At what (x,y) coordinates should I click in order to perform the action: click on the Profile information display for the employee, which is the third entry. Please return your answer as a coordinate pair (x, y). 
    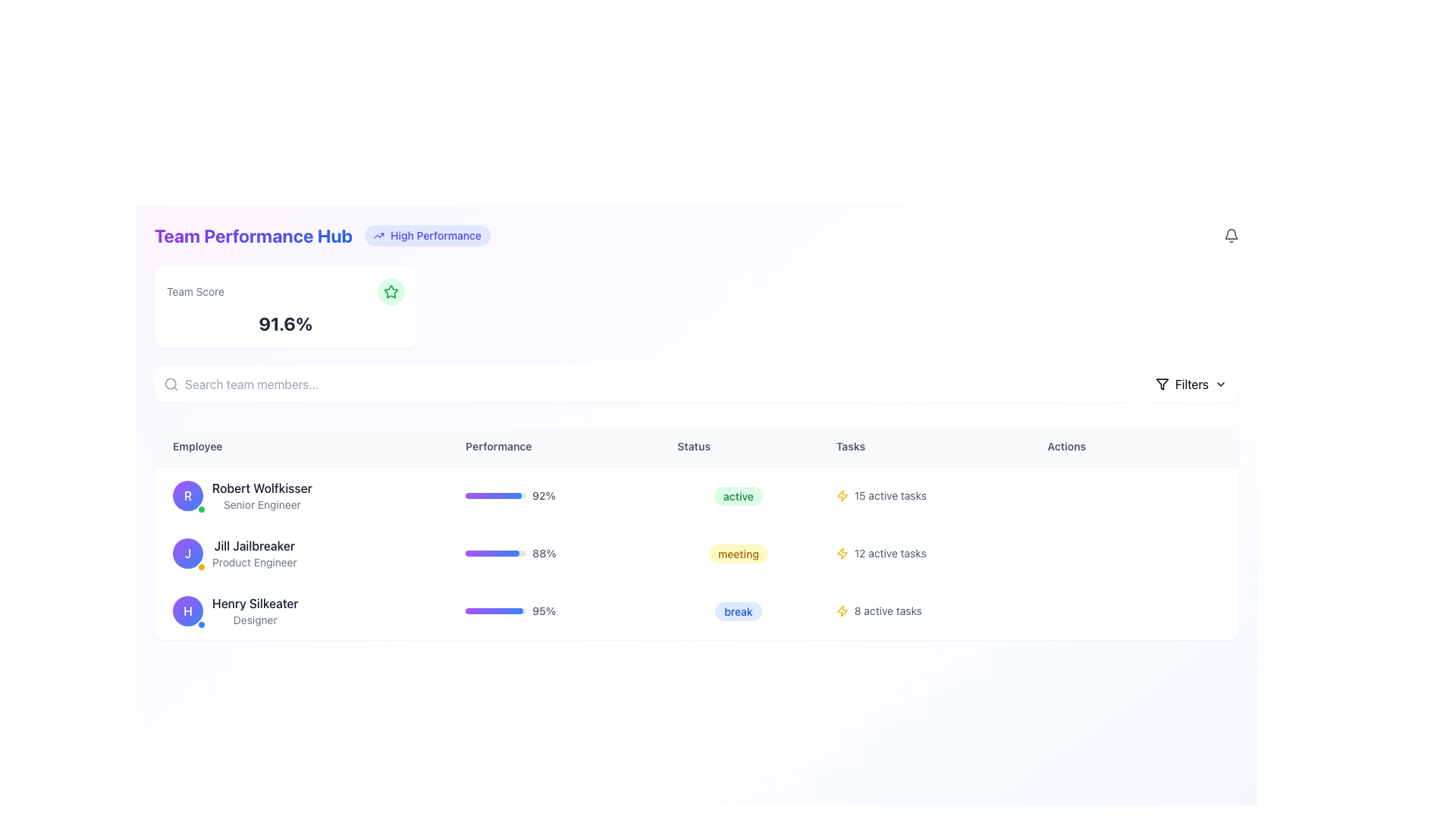
    Looking at the image, I should click on (301, 610).